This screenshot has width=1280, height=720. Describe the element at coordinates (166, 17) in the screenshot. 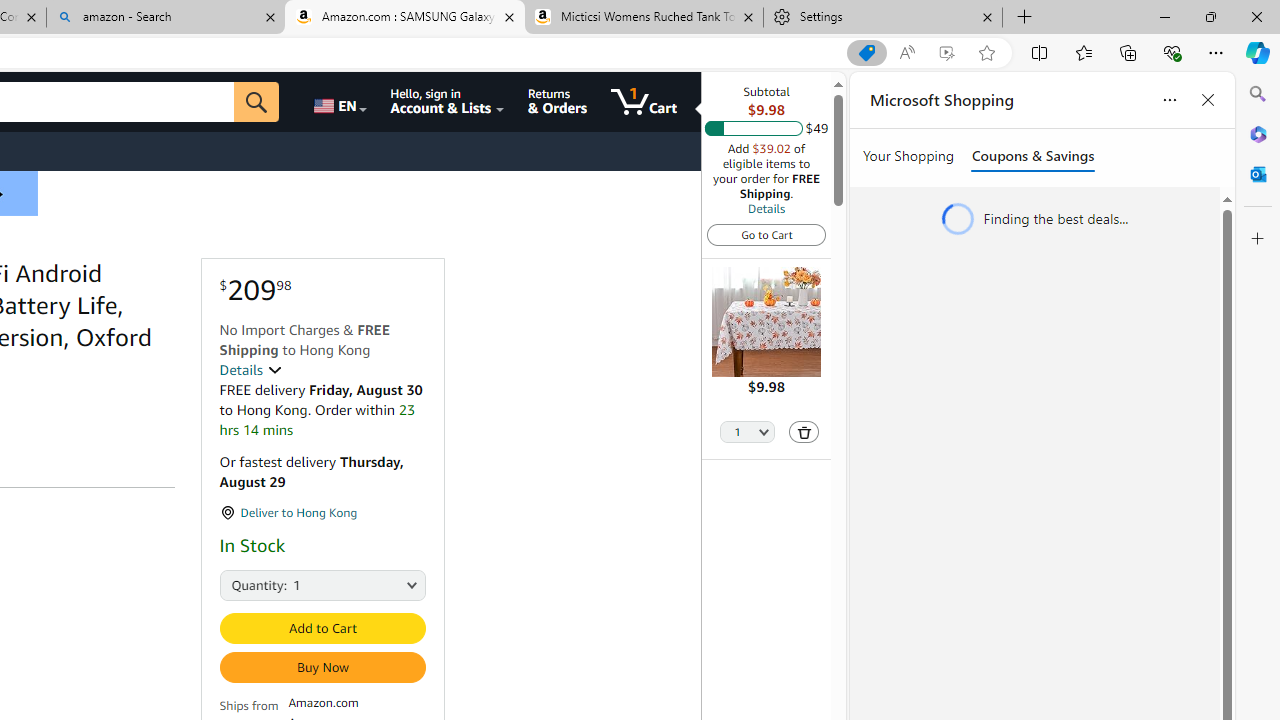

I see `'amazon - Search'` at that location.